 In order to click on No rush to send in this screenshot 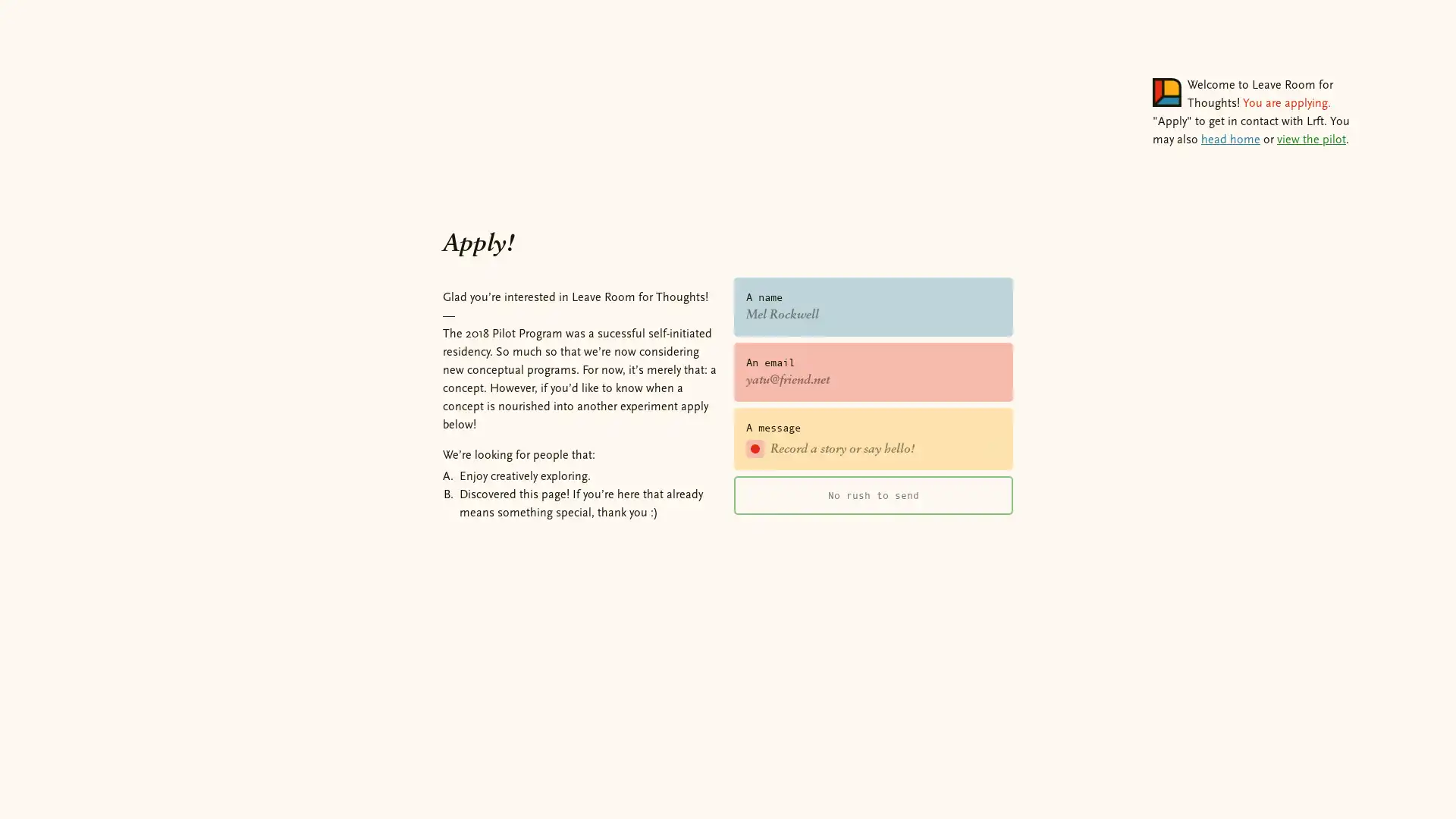, I will do `click(874, 494)`.